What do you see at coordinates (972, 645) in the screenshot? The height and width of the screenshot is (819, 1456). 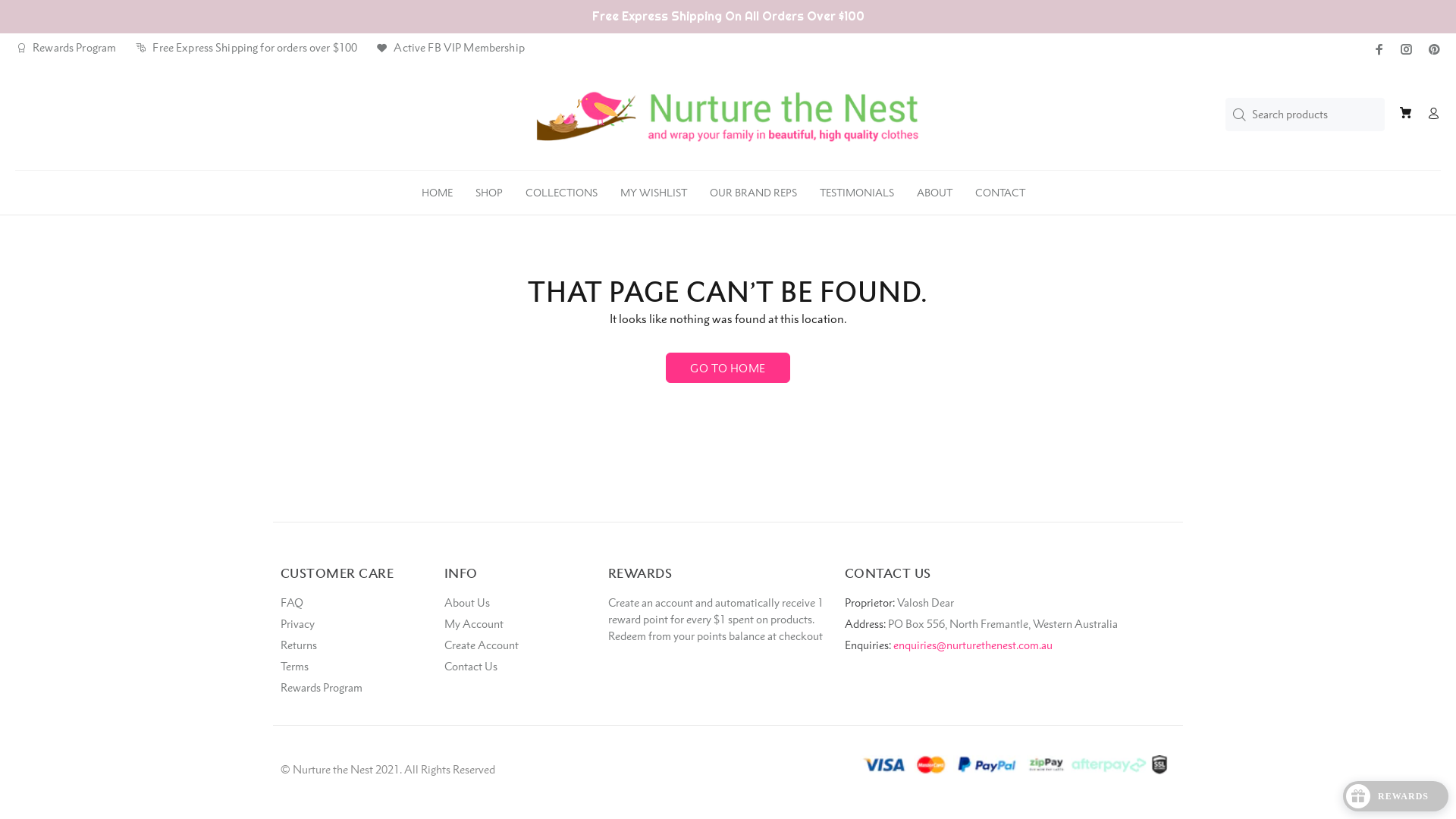 I see `'enquiries@nurturethenest.com.au'` at bounding box center [972, 645].